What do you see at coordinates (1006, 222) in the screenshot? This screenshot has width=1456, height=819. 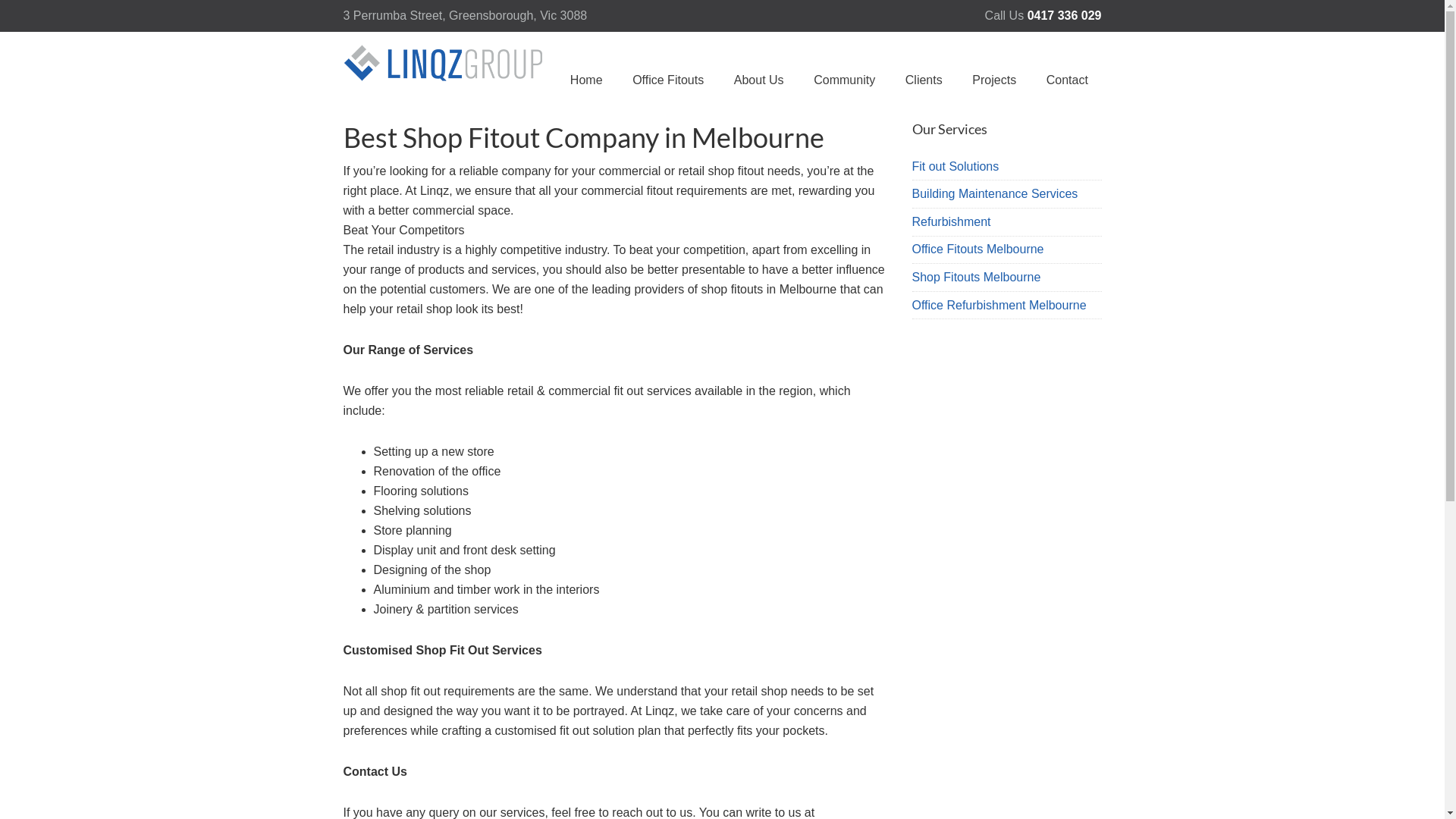 I see `'Refurbishment'` at bounding box center [1006, 222].